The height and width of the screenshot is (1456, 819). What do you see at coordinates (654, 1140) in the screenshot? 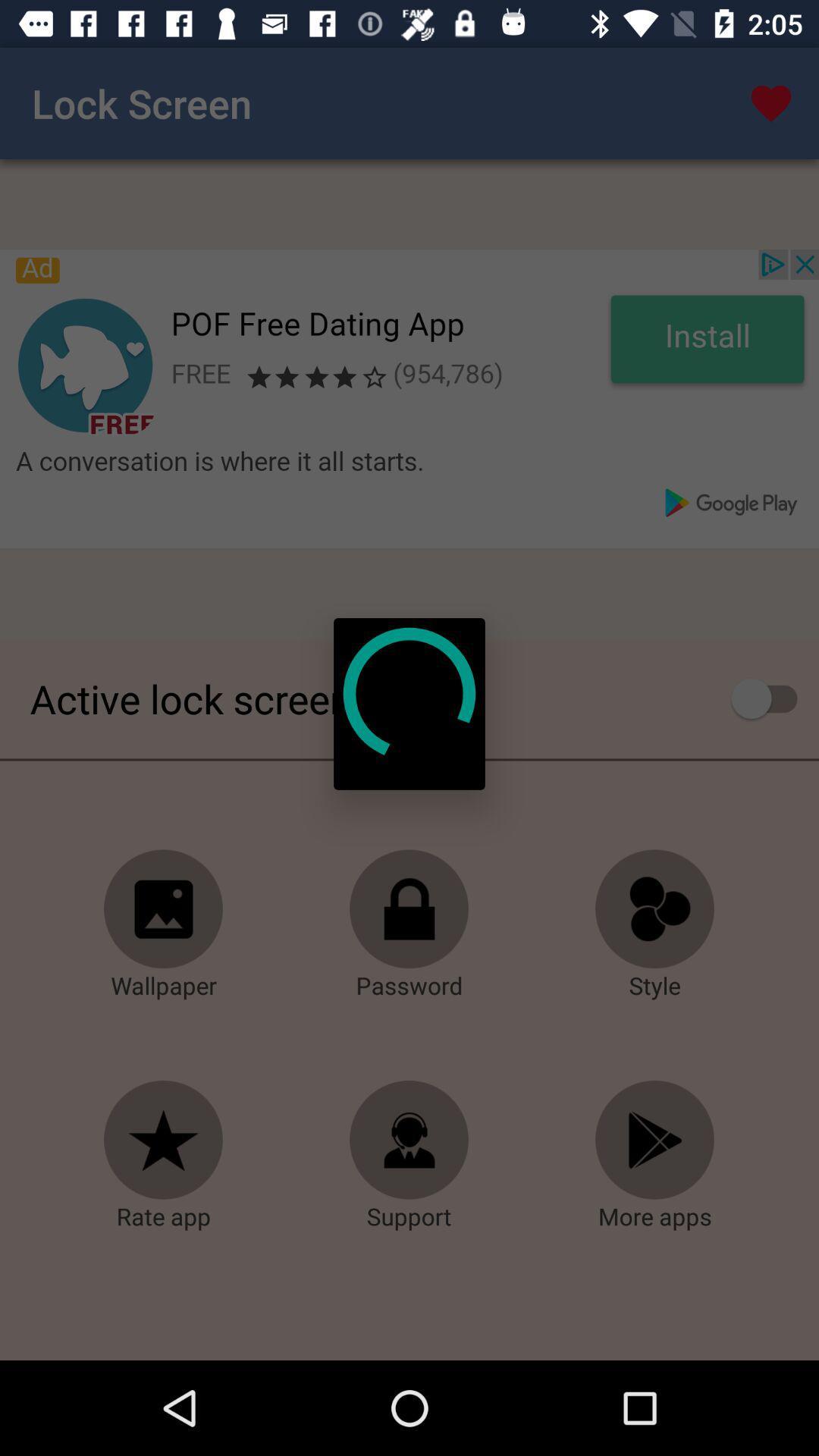
I see `explore more apps` at bounding box center [654, 1140].